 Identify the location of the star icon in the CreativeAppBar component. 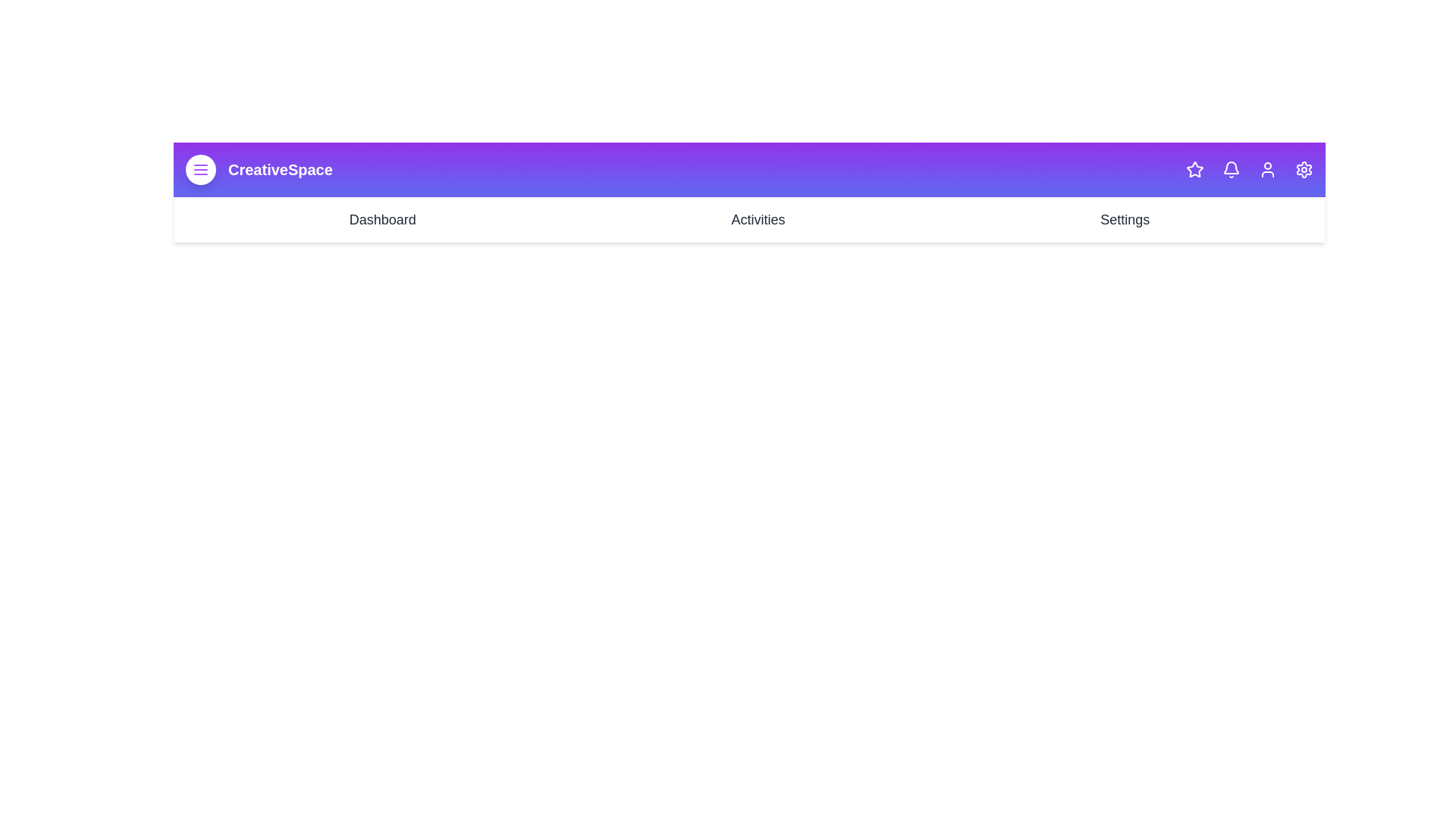
(1194, 169).